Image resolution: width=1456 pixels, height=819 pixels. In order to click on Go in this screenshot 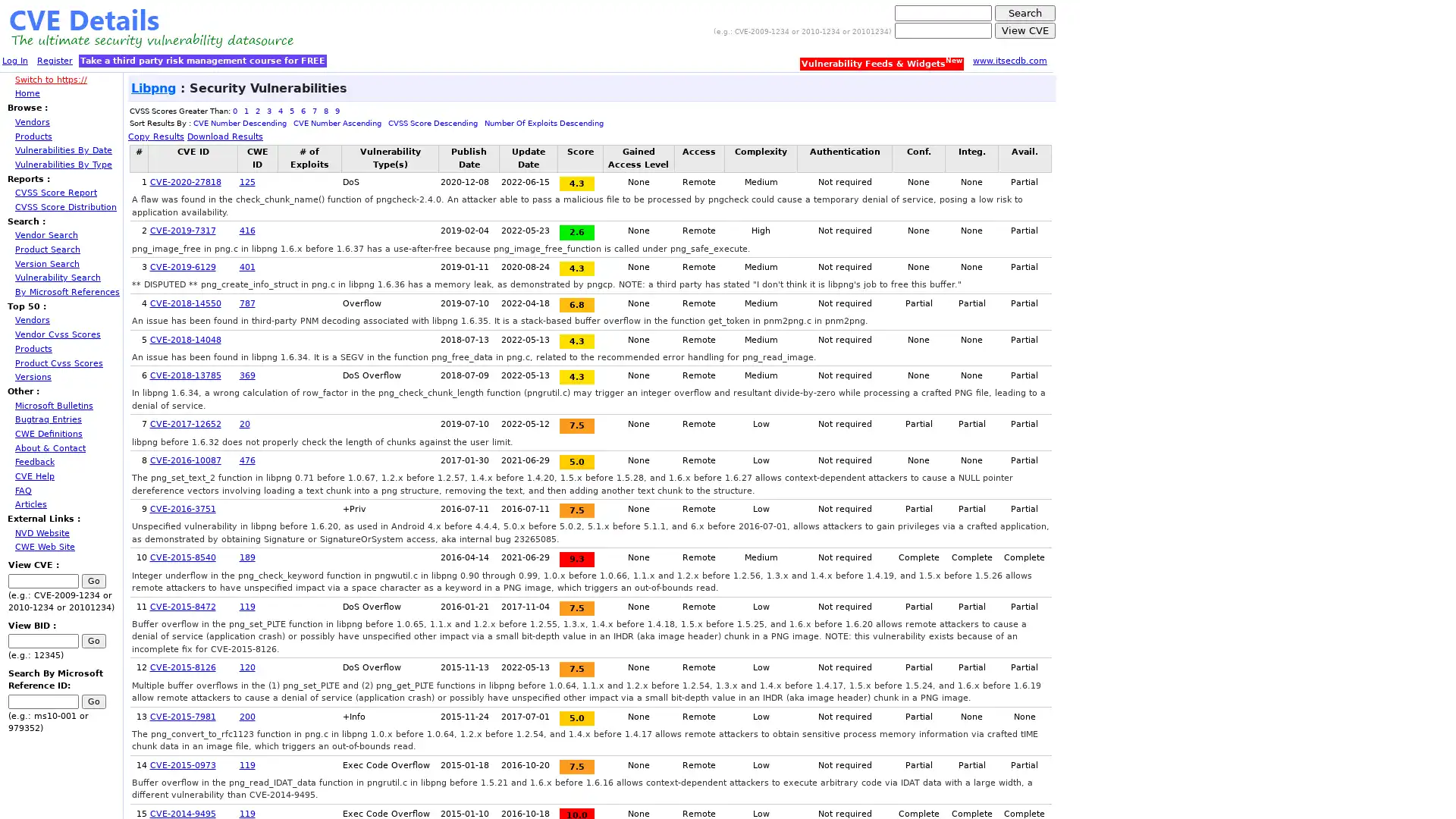, I will do `click(93, 641)`.